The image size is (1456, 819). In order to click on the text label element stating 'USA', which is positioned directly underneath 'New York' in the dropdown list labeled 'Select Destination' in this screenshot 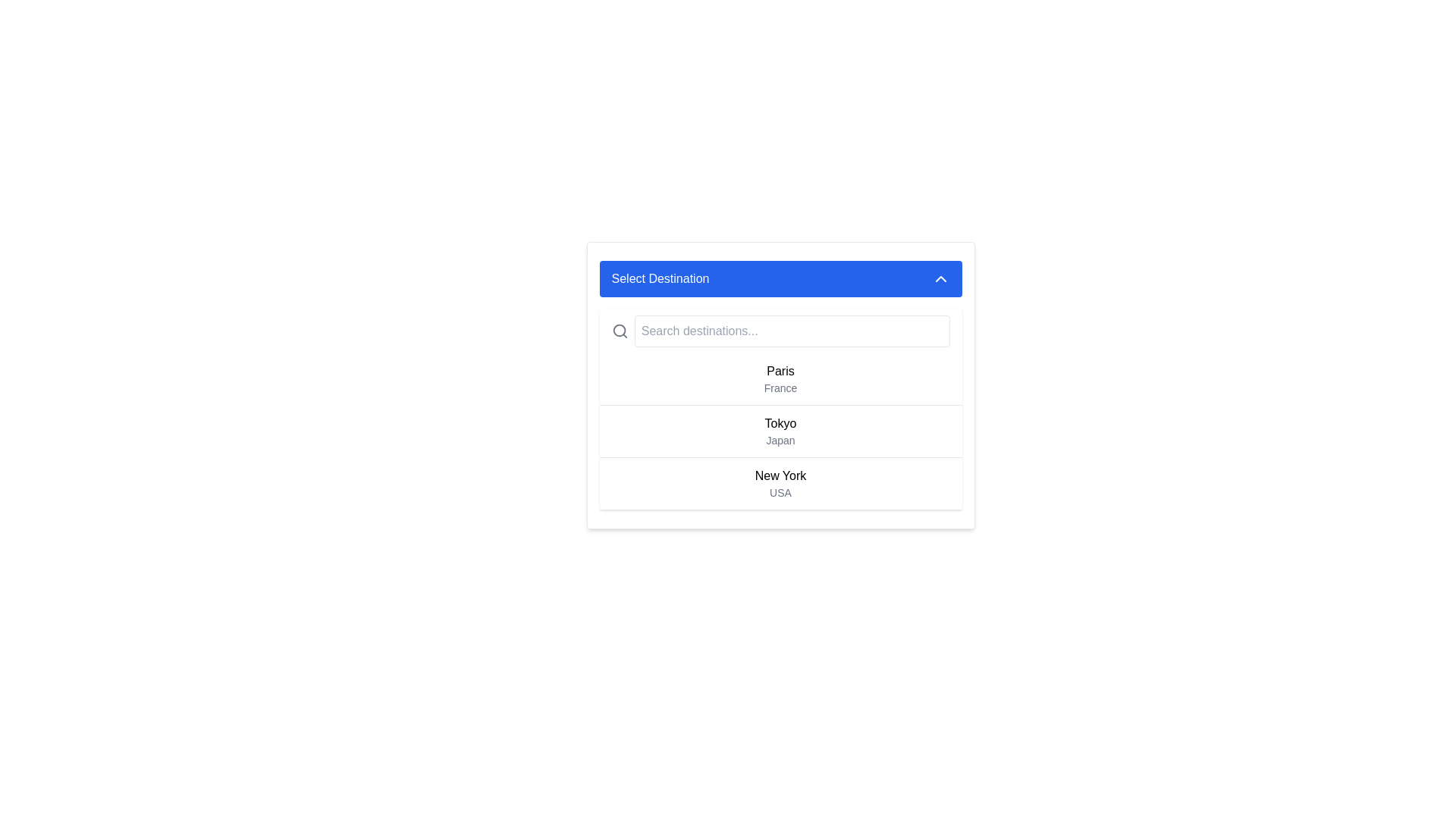, I will do `click(780, 493)`.